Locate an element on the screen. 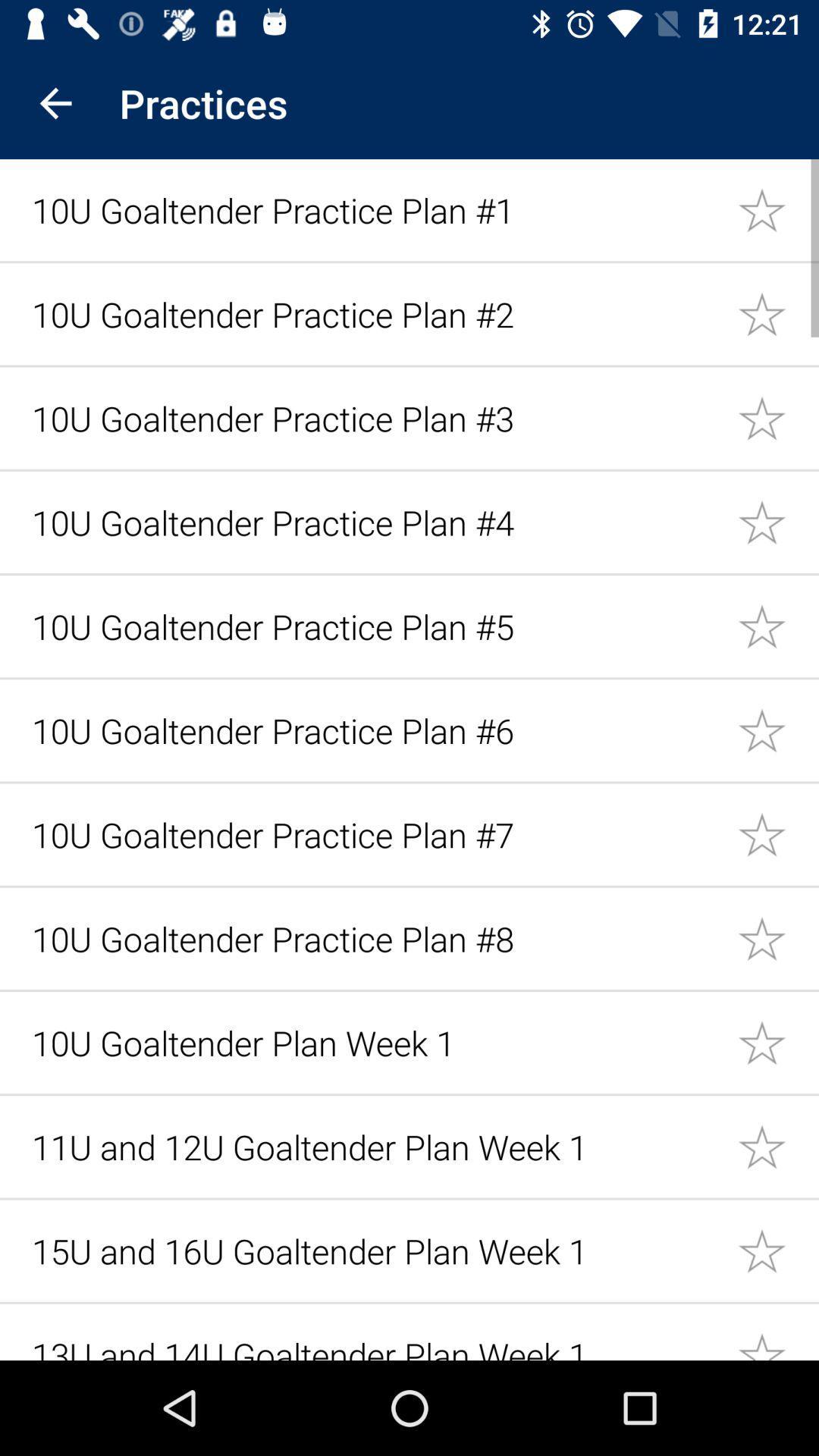 This screenshot has height=1456, width=819. to favorites is located at coordinates (778, 833).